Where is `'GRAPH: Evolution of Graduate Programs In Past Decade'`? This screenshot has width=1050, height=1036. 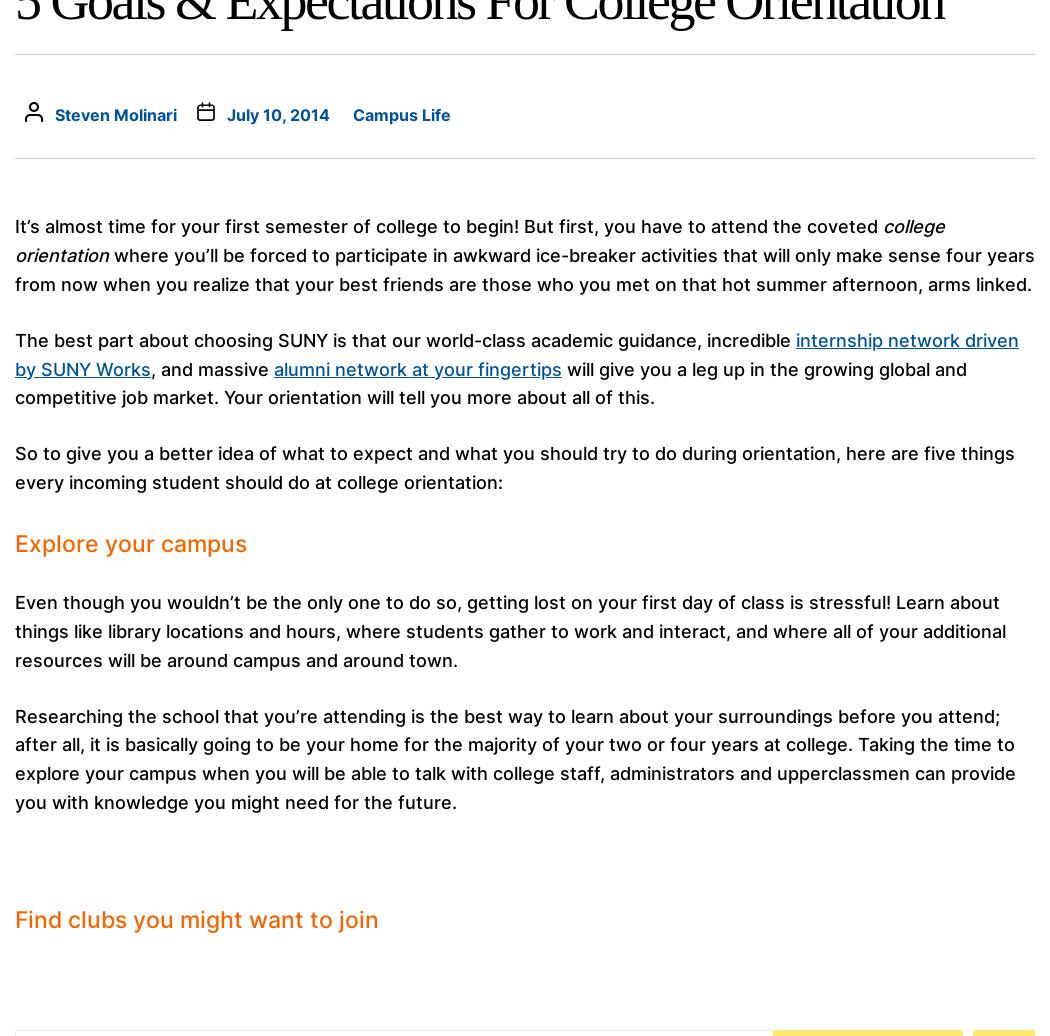
'GRAPH: Evolution of Graduate Programs In Past Decade' is located at coordinates (226, 726).